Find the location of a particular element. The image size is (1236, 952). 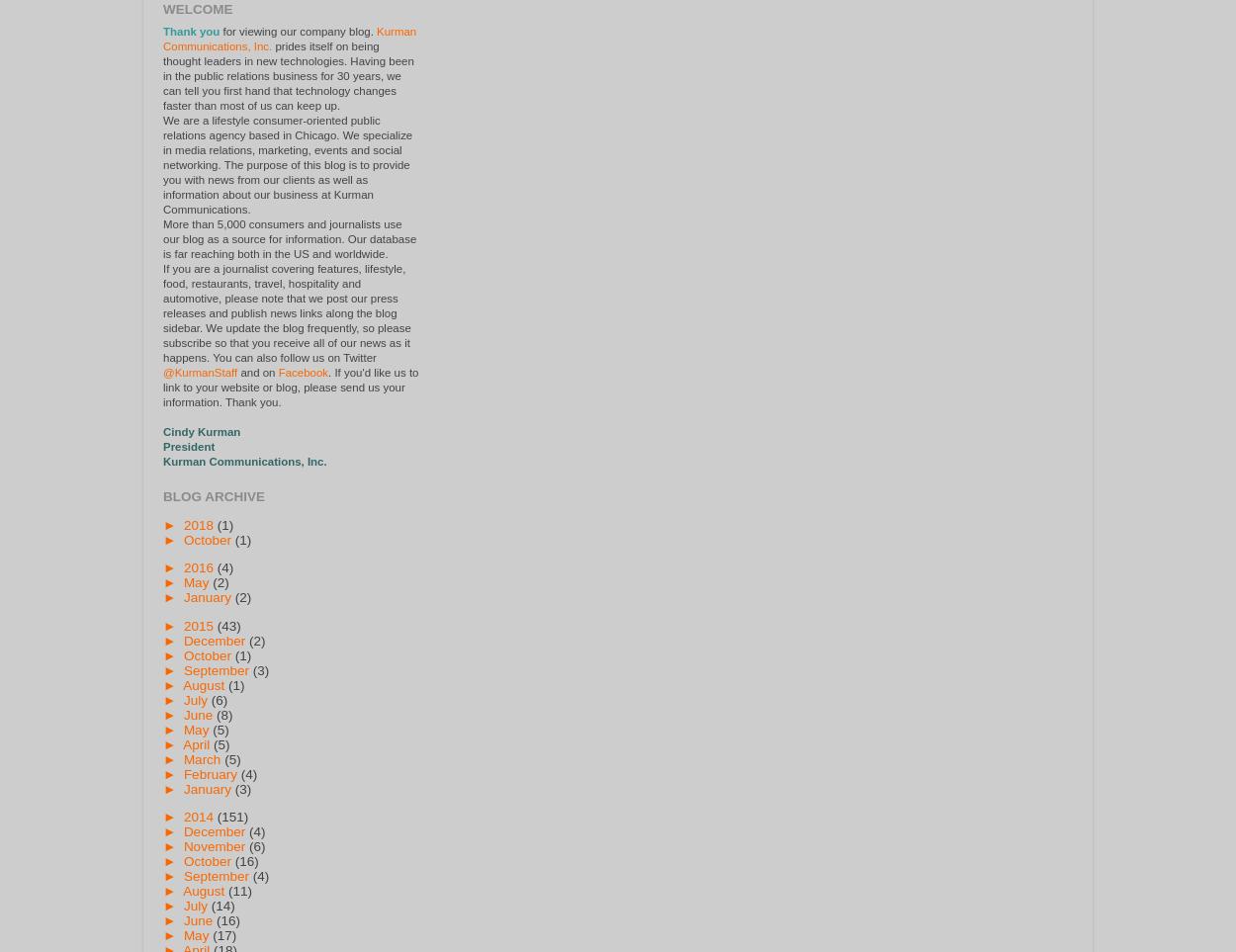

'(8)' is located at coordinates (222, 713).